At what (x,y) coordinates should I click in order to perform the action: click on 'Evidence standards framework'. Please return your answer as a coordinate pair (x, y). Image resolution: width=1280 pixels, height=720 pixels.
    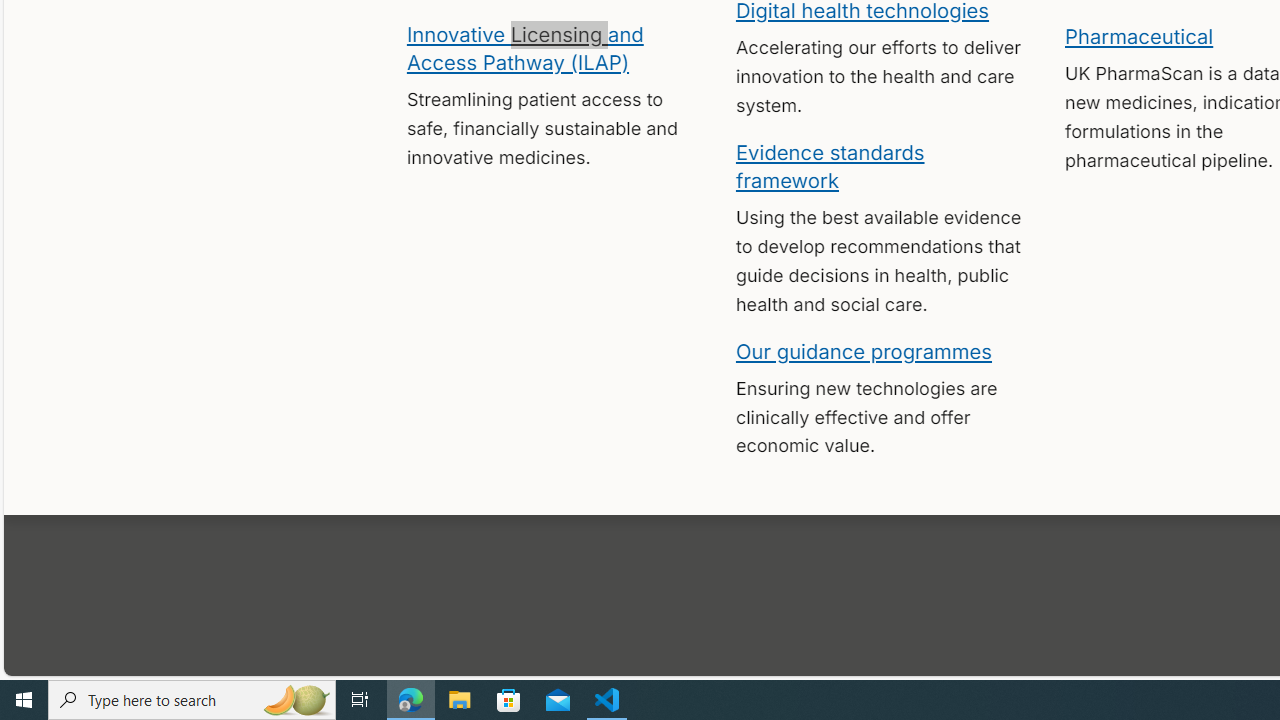
    Looking at the image, I should click on (830, 164).